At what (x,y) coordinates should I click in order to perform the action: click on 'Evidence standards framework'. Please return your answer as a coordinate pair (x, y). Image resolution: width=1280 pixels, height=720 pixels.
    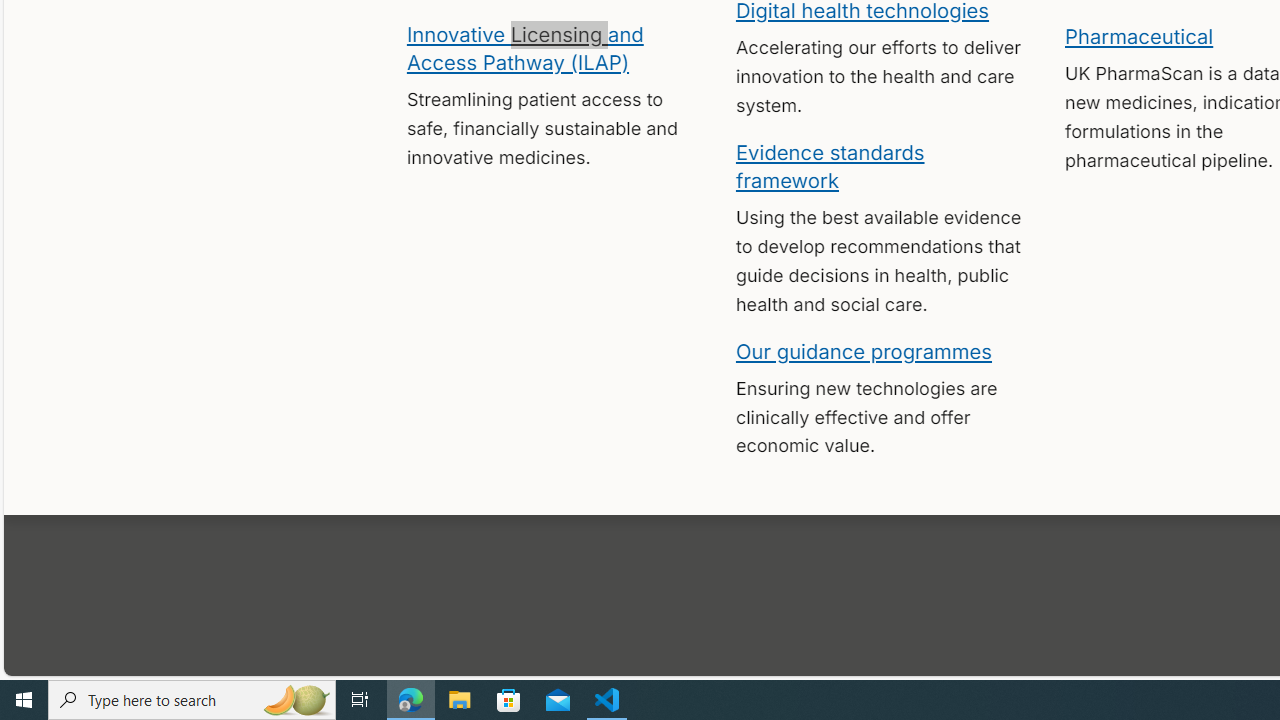
    Looking at the image, I should click on (830, 164).